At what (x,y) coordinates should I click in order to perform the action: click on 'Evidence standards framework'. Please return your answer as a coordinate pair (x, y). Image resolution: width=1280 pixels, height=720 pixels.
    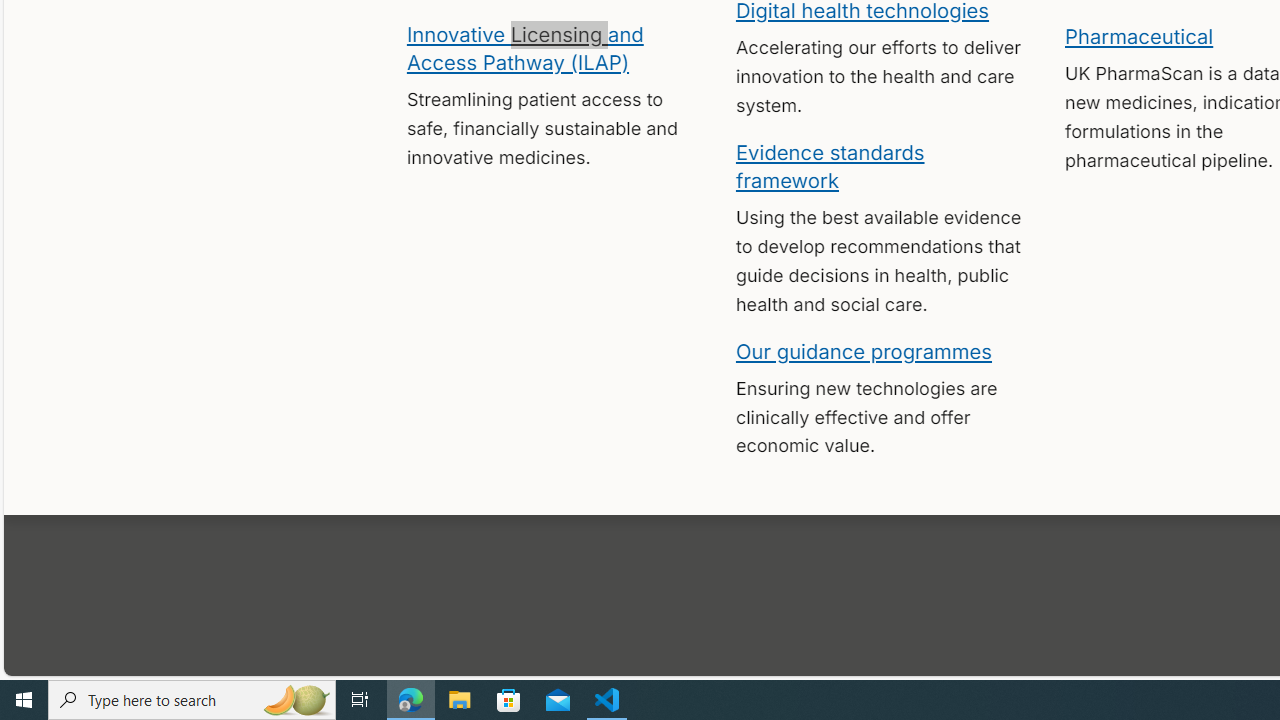
    Looking at the image, I should click on (830, 164).